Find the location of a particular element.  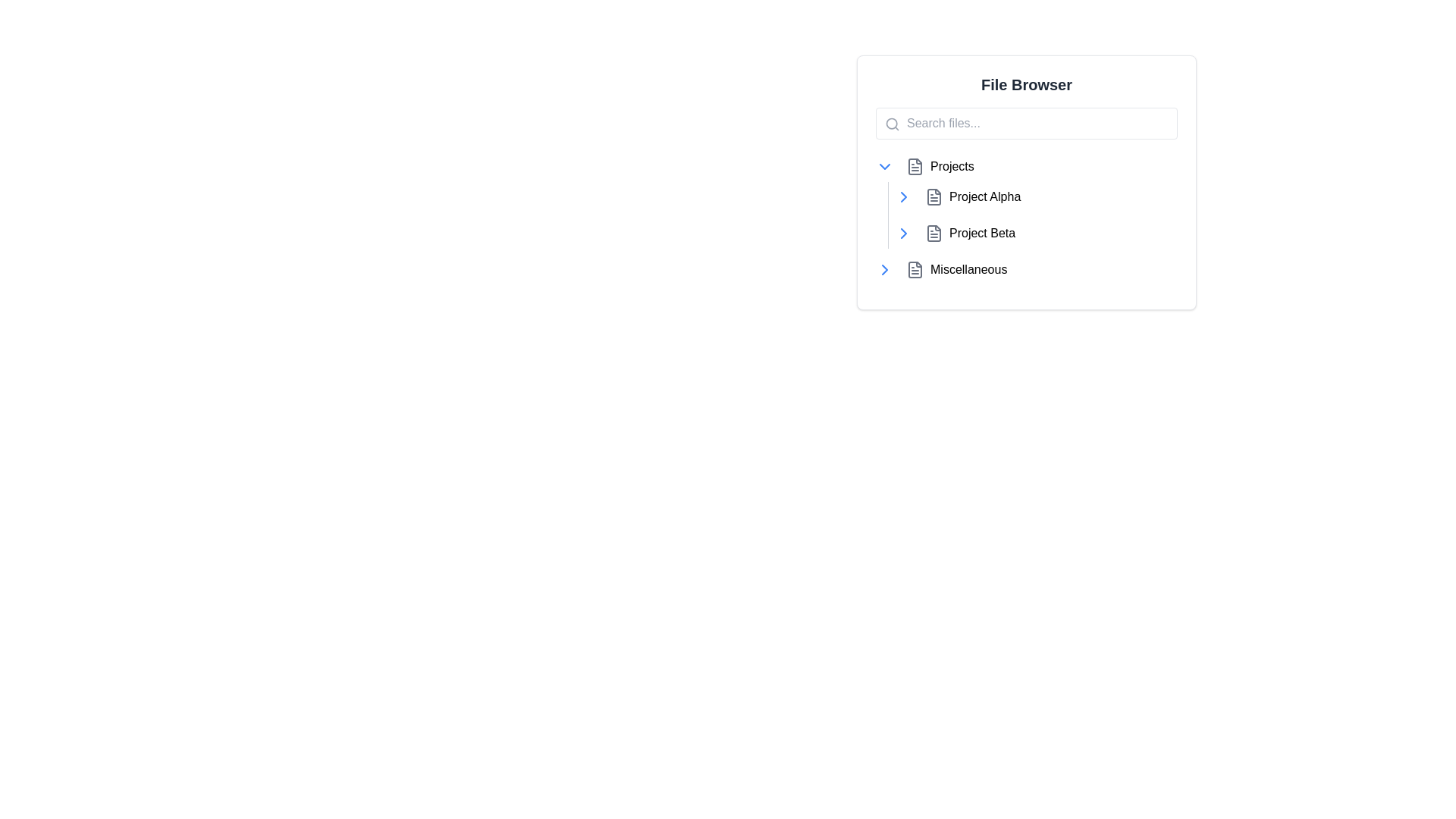

the expansion button to the left of the 'Project Alpha' label in the file browser interface is located at coordinates (903, 196).